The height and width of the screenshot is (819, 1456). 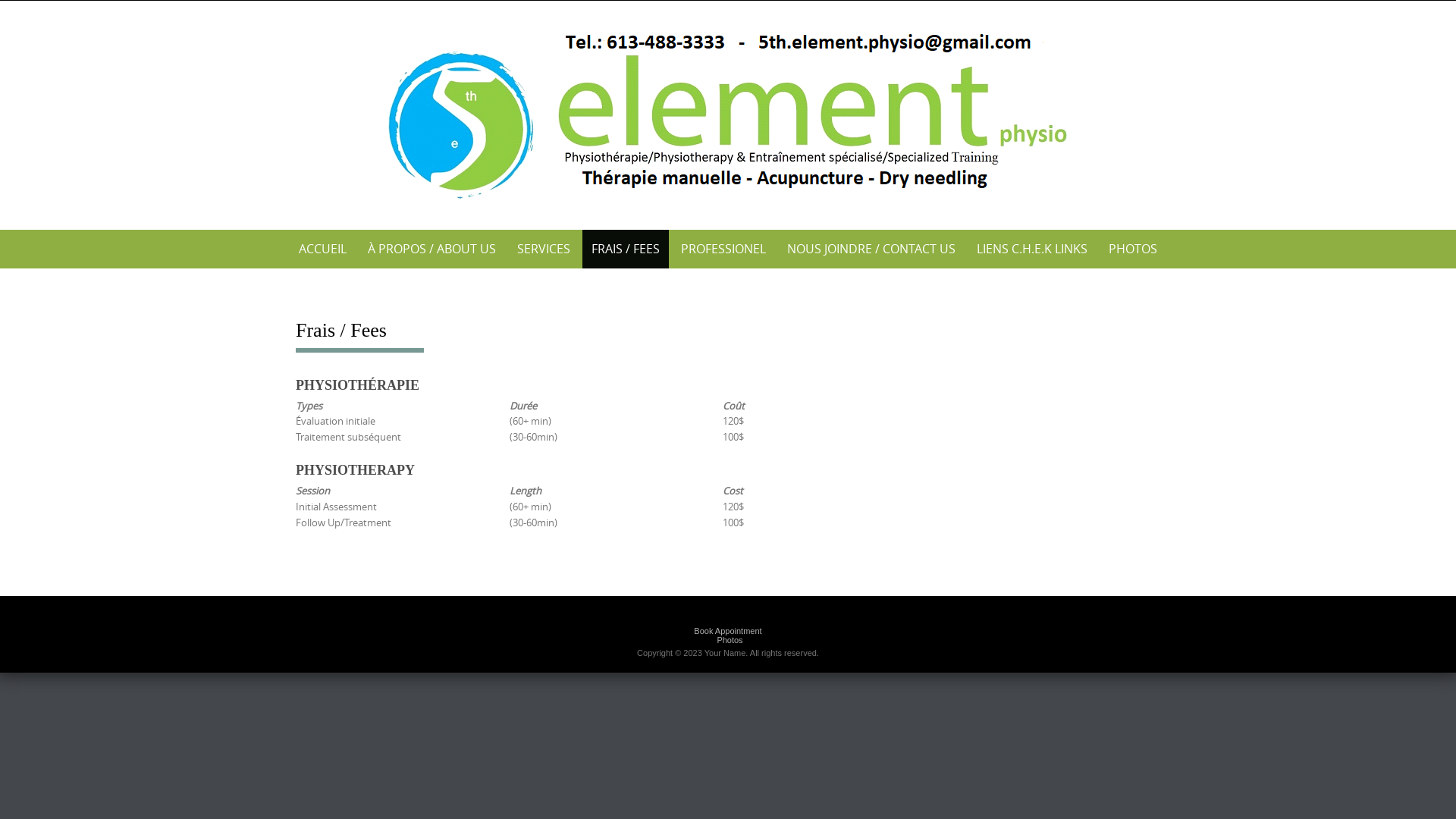 I want to click on ' ', so click(x=728, y=111).